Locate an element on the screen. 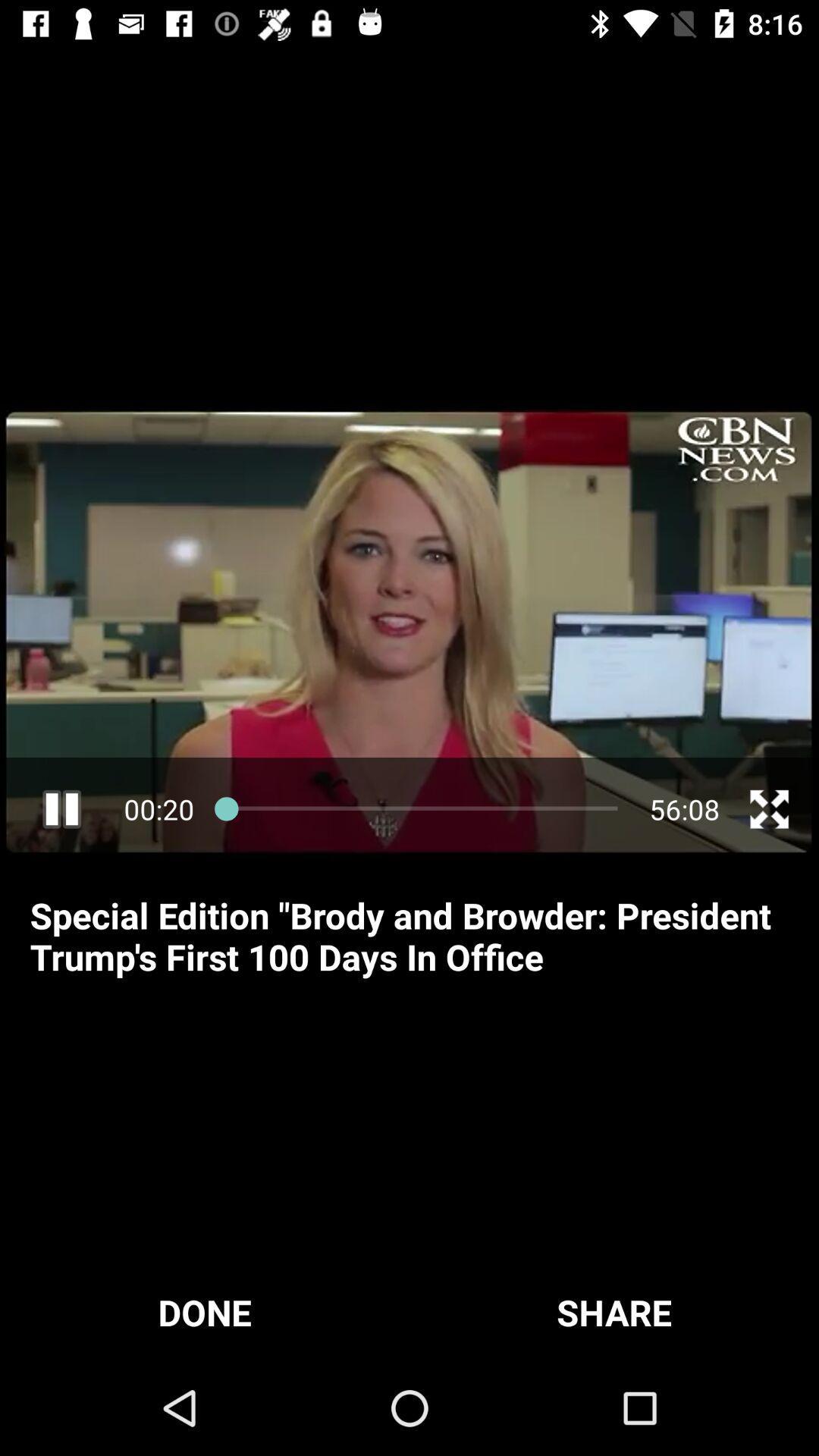 This screenshot has width=819, height=1456. fullscreen is located at coordinates (769, 808).